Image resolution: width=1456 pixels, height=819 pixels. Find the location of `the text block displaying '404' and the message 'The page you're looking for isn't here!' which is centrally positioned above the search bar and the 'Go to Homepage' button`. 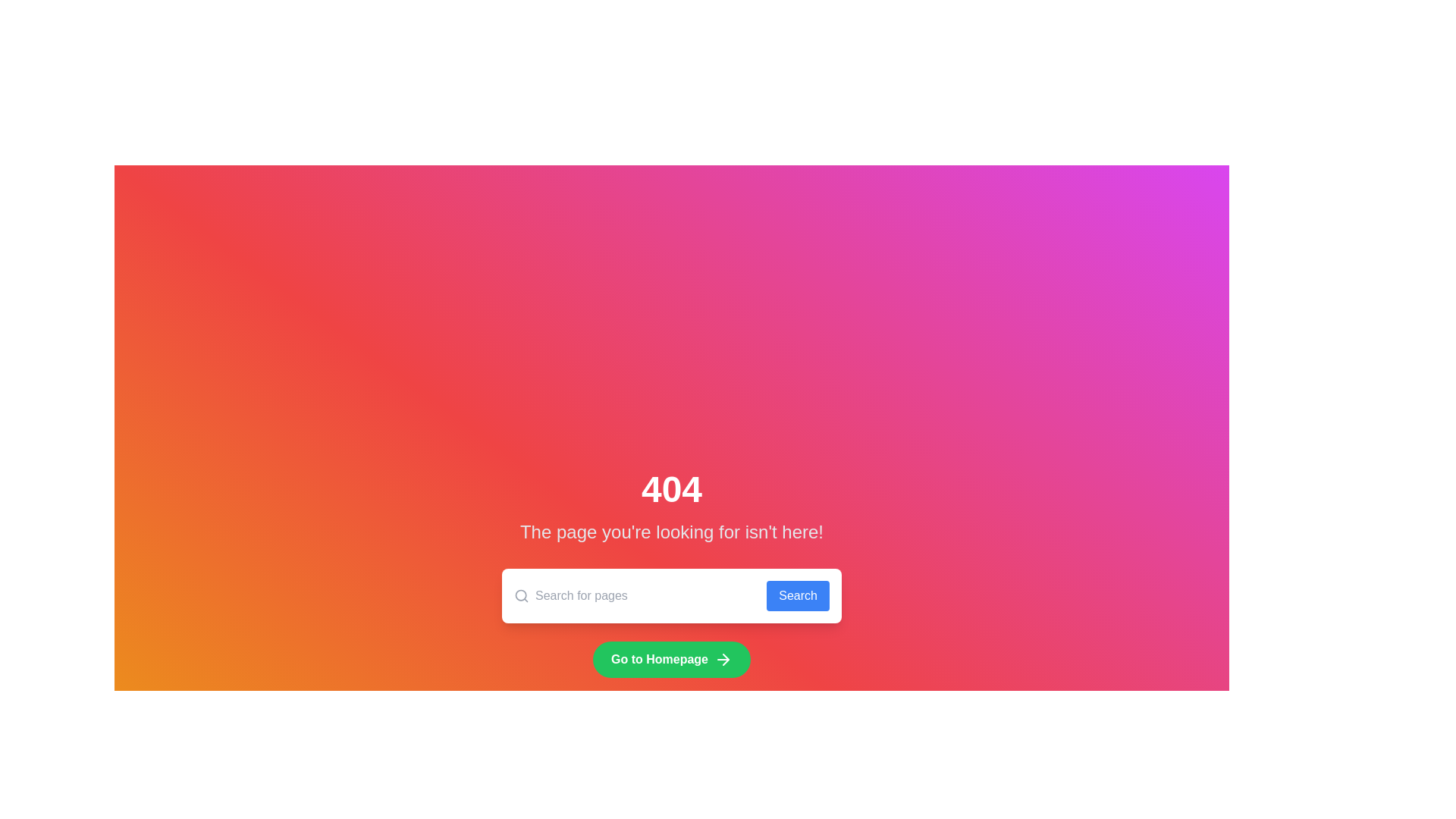

the text block displaying '404' and the message 'The page you're looking for isn't here!' which is centrally positioned above the search bar and the 'Go to Homepage' button is located at coordinates (671, 508).